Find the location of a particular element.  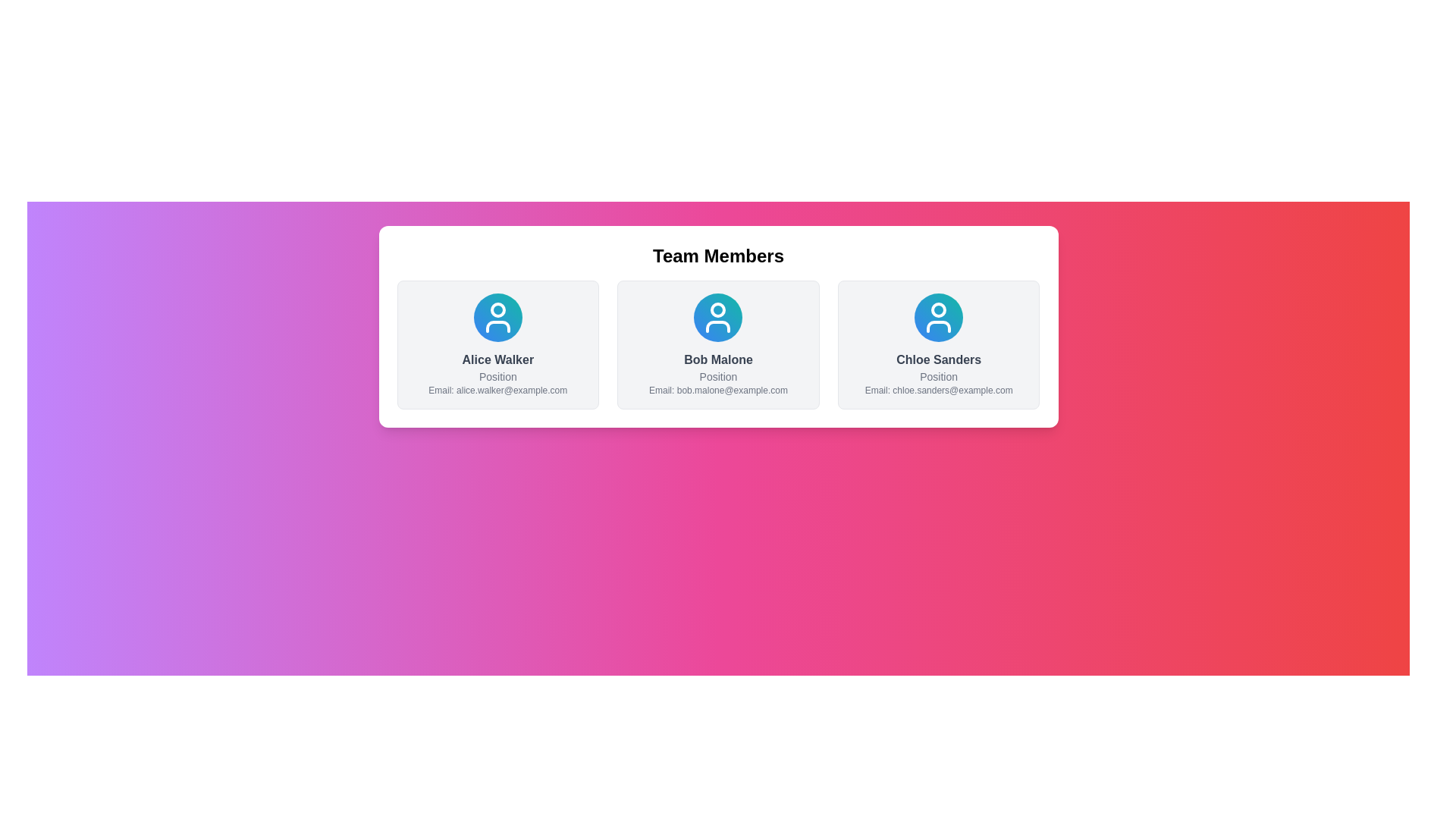

the Avatar or Profile Picture of 'Chloe Sanders', which features a circular gradient background from blue to teal and a white user icon in the center is located at coordinates (938, 317).